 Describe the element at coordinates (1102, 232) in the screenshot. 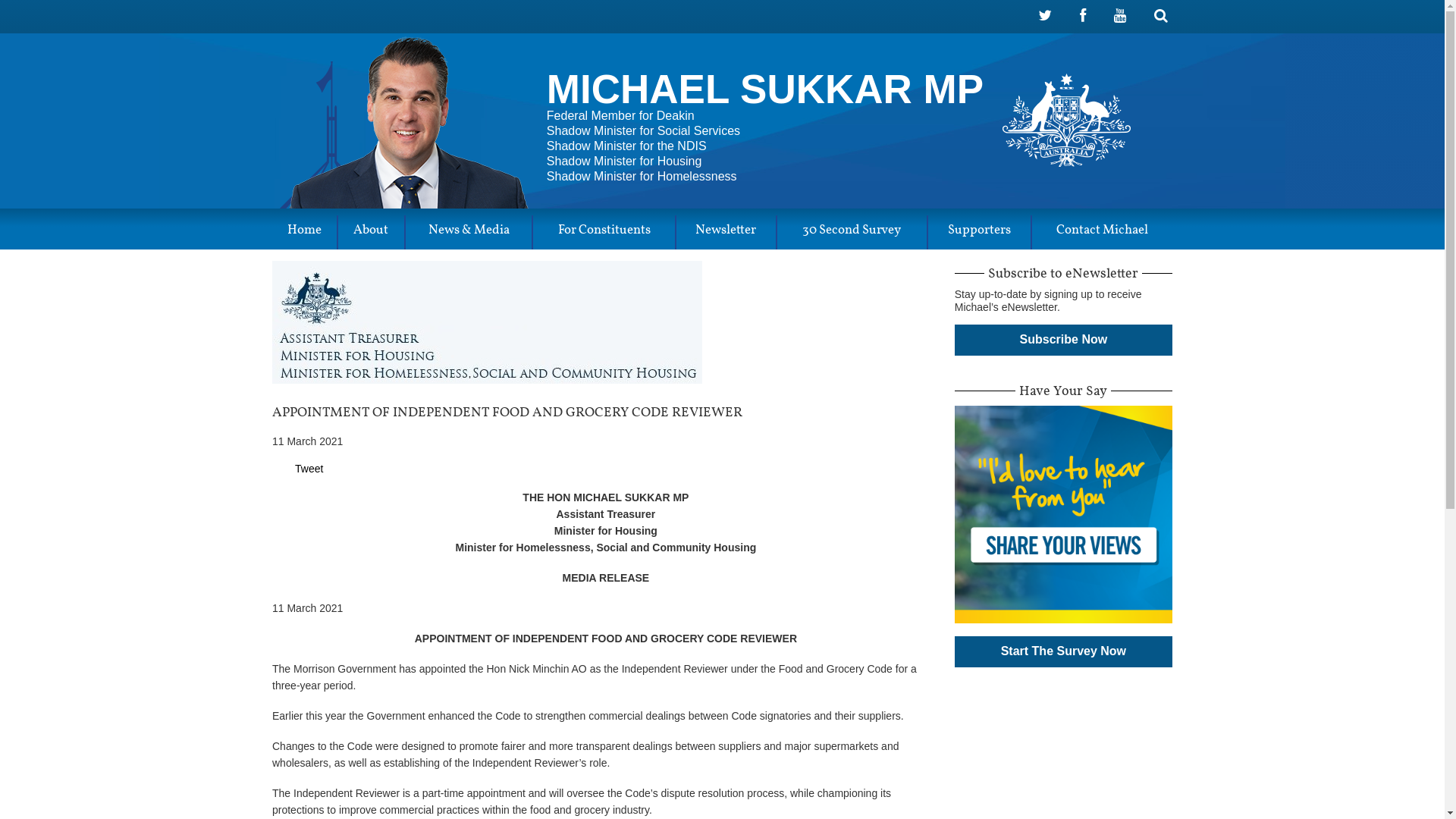

I see `'Contact Michael'` at that location.